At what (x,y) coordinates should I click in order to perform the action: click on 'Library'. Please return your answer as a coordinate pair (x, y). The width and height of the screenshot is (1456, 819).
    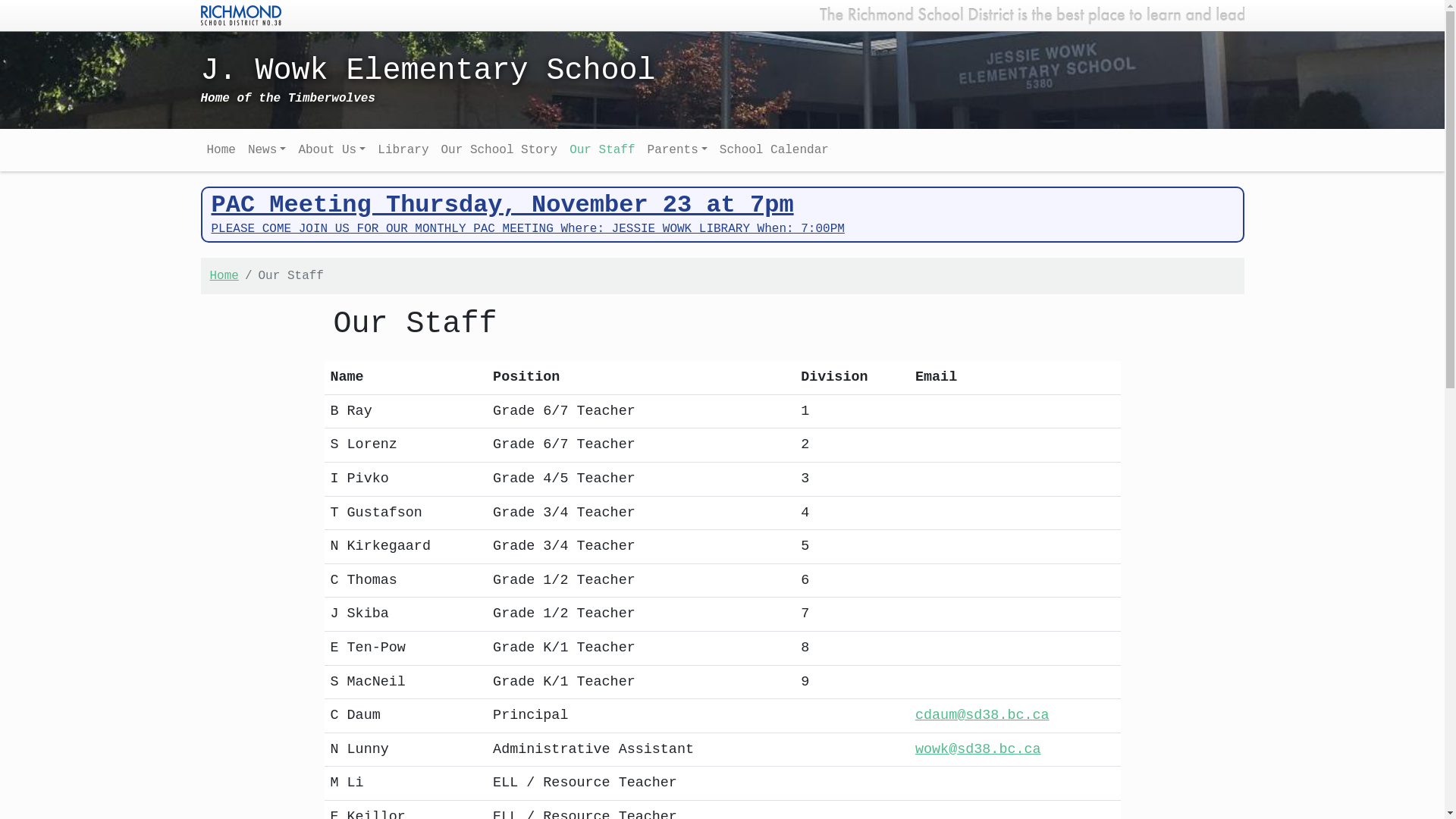
    Looking at the image, I should click on (403, 149).